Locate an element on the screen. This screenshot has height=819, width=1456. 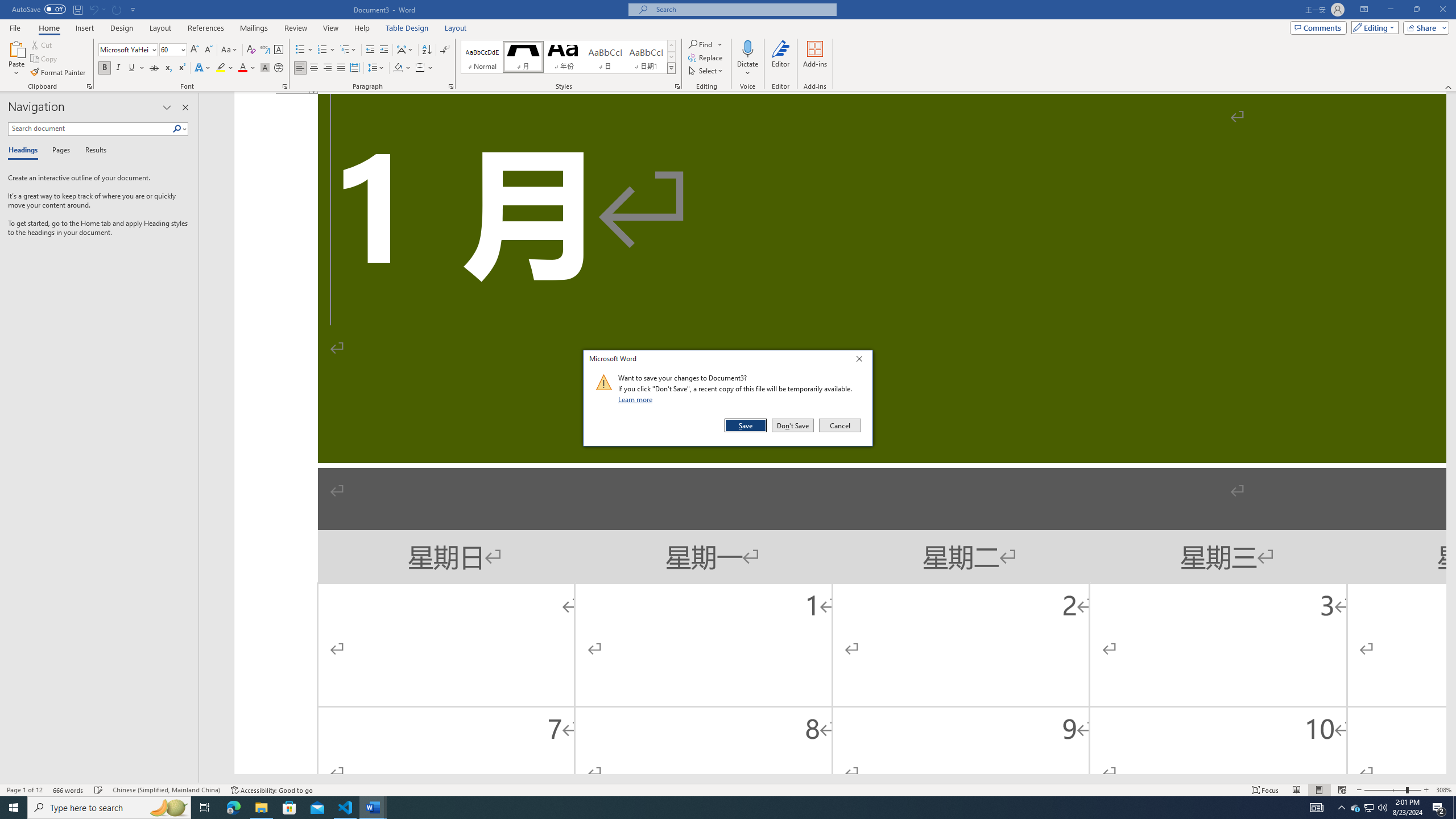
'Quick Access Toolbar' is located at coordinates (74, 9).